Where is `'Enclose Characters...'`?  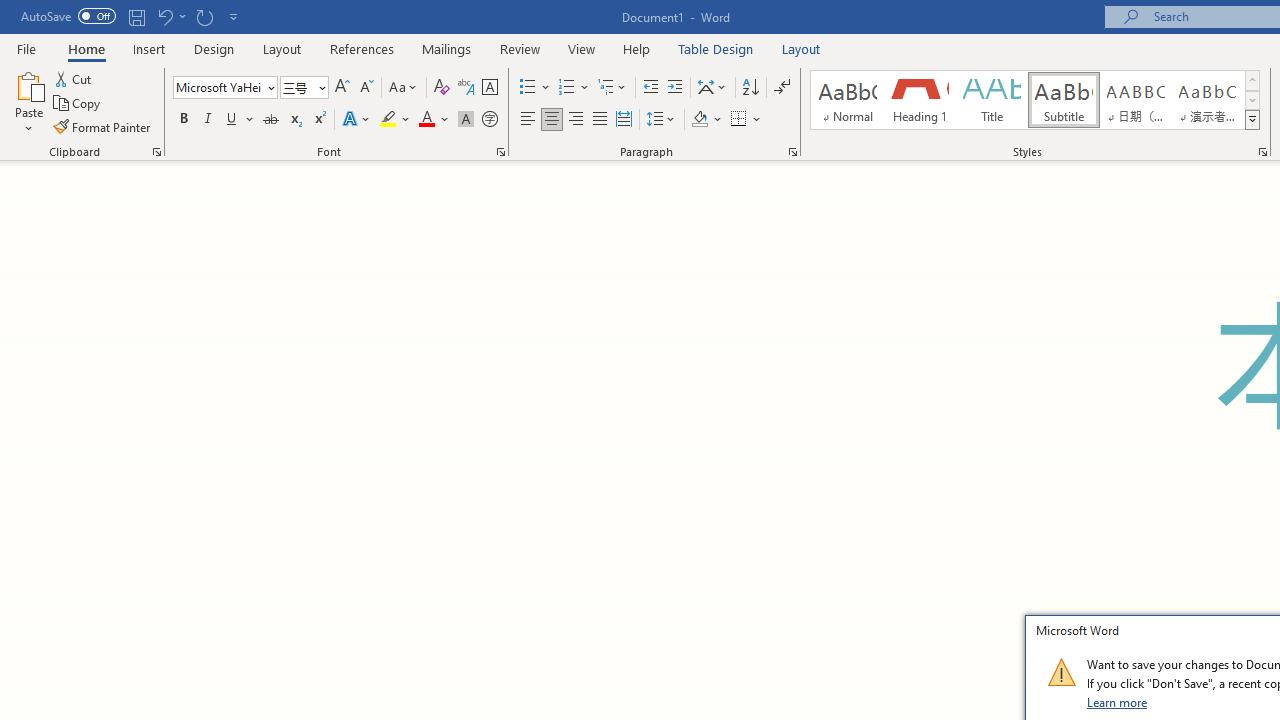
'Enclose Characters...' is located at coordinates (489, 119).